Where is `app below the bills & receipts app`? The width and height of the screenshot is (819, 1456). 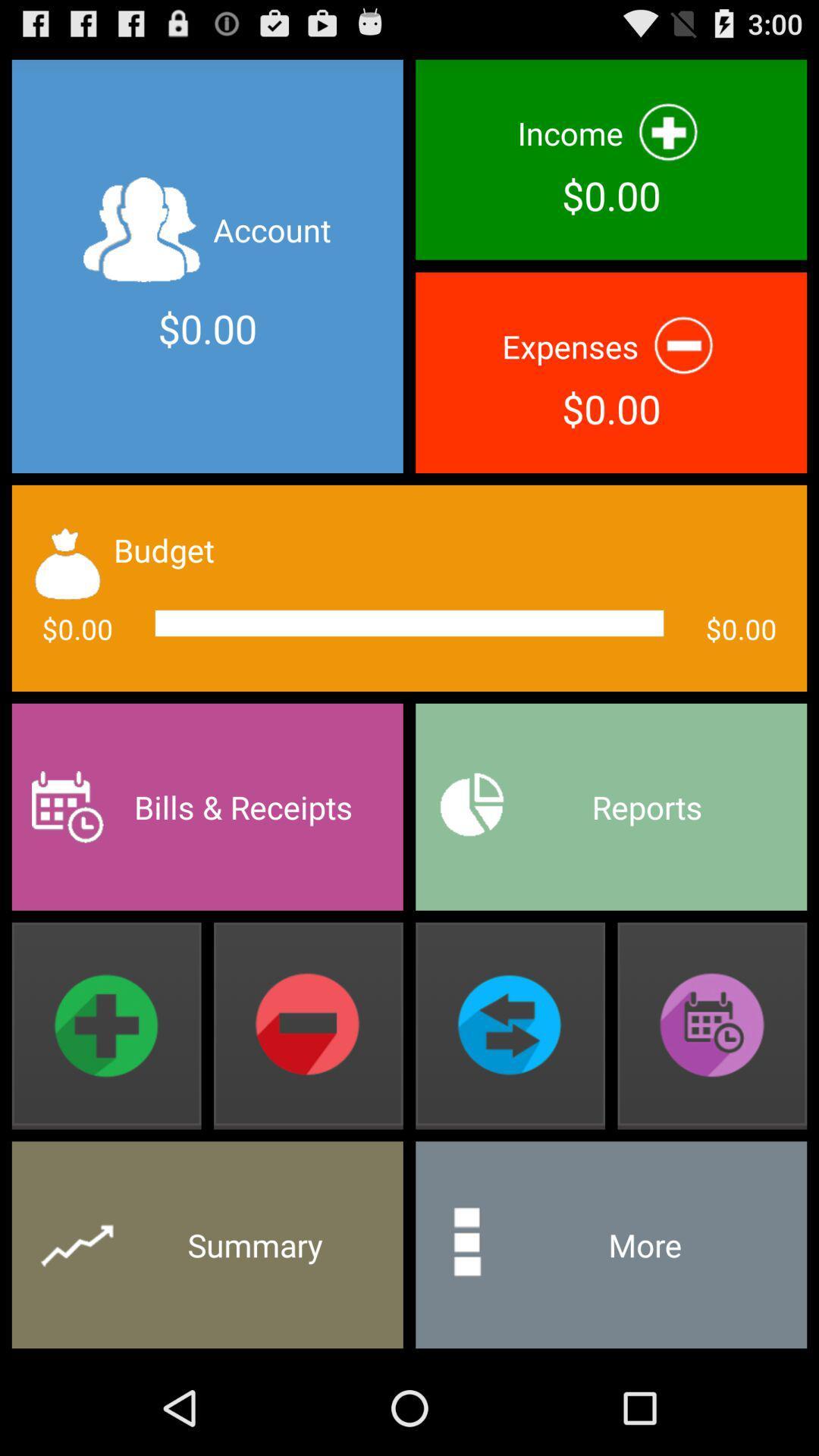 app below the bills & receipts app is located at coordinates (105, 1026).